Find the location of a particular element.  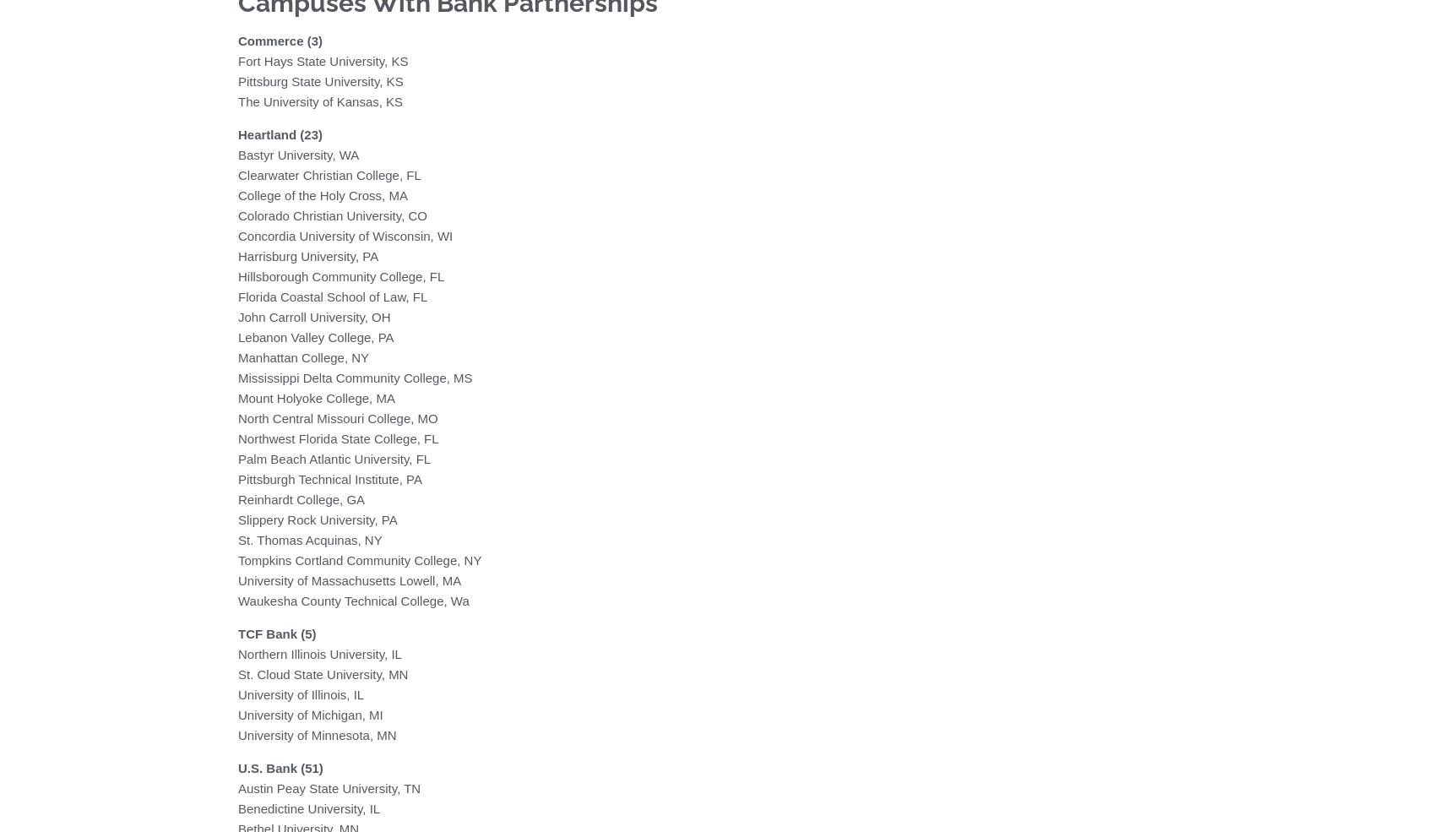

'Heartland (23)' is located at coordinates (280, 133).